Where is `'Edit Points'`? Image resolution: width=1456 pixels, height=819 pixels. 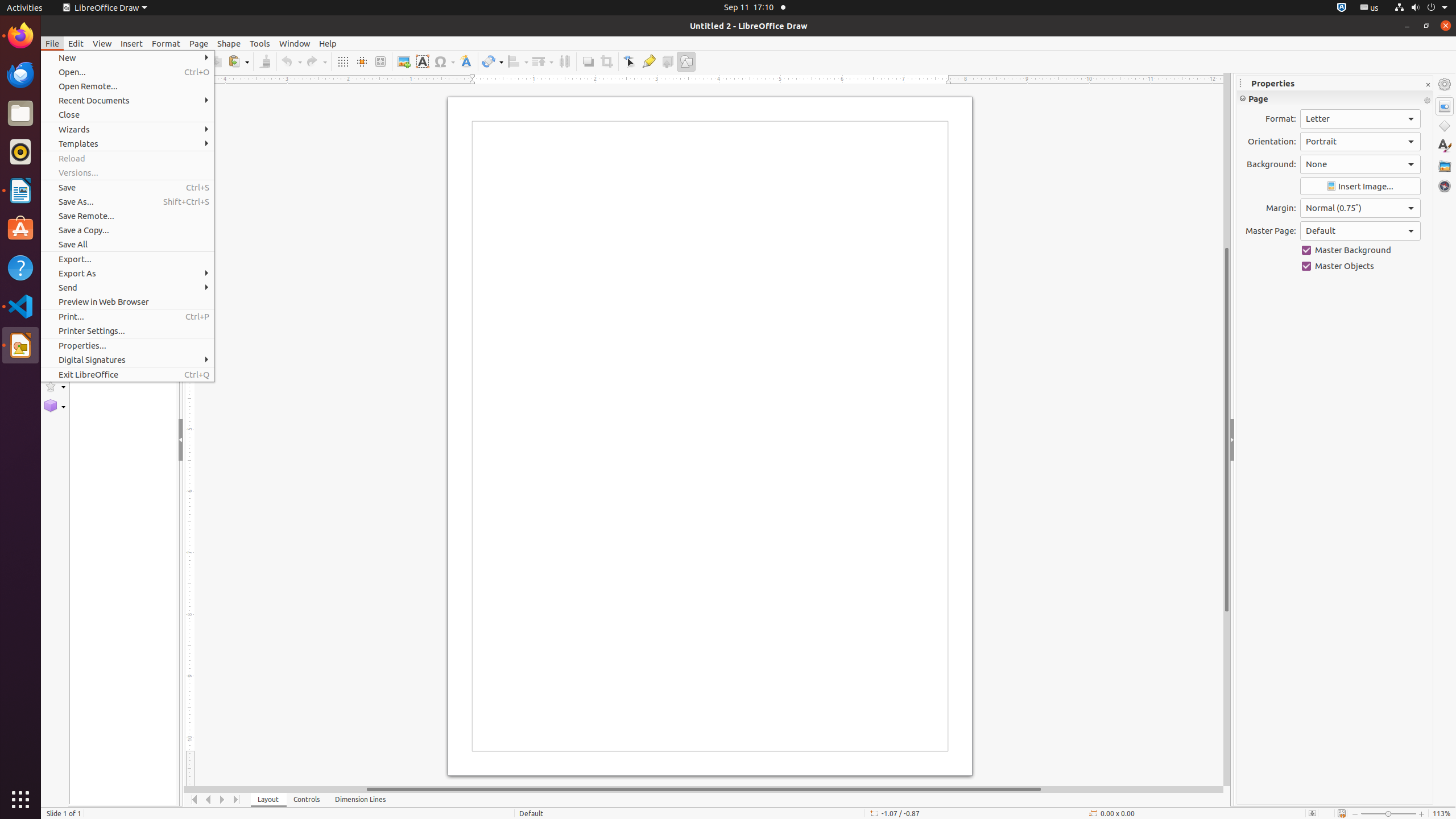 'Edit Points' is located at coordinates (629, 61).